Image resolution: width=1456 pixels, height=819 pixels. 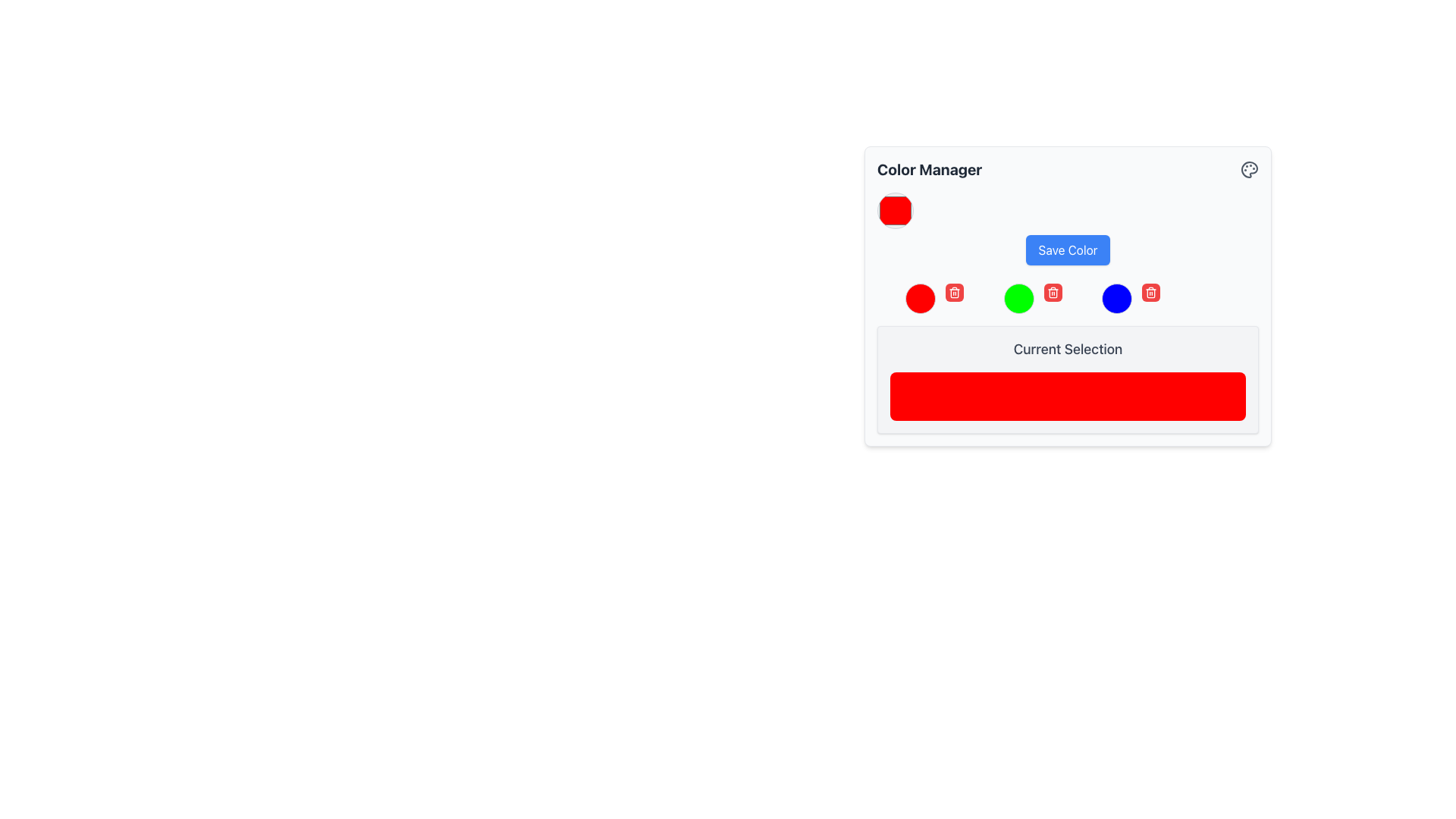 What do you see at coordinates (1067, 249) in the screenshot?
I see `the blue rectangular button labeled 'Save Color'` at bounding box center [1067, 249].